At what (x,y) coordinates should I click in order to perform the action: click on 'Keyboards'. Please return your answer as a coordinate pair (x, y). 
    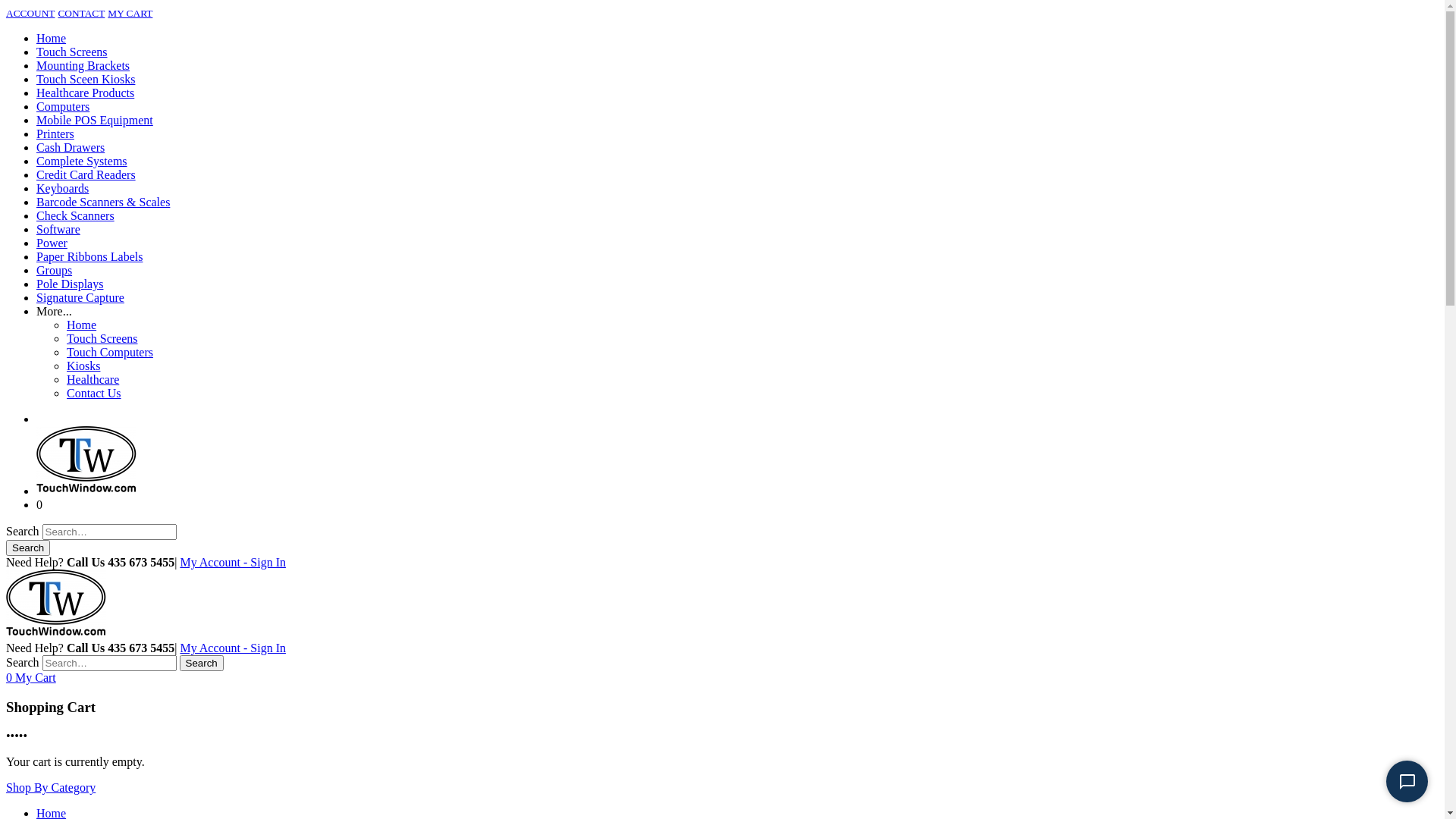
    Looking at the image, I should click on (61, 187).